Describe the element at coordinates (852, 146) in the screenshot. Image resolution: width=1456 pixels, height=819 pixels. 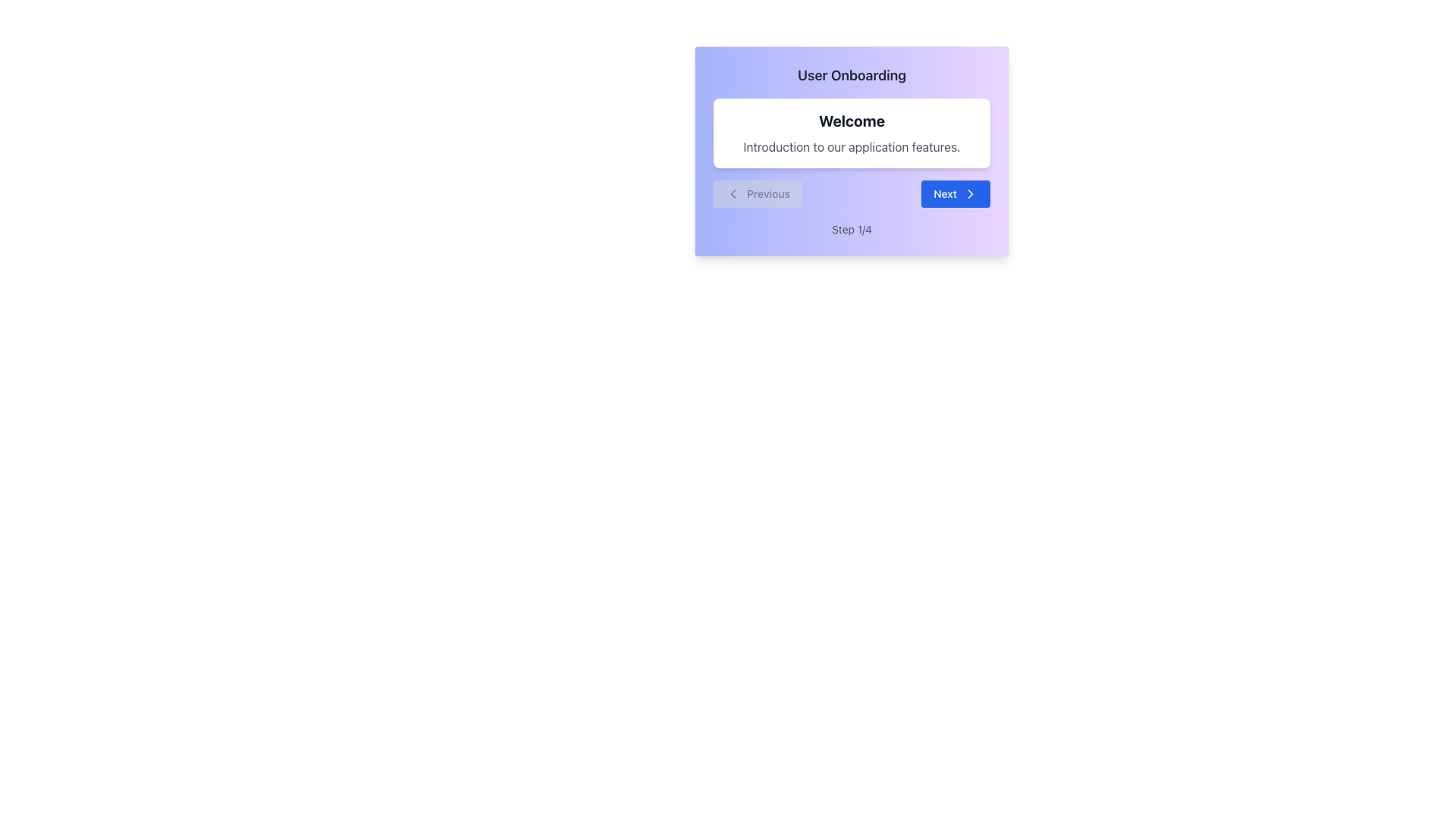
I see `the text element that reads 'Introduction to our application features.', which is styled in light gray and is located below the 'Welcome' heading in a white rectangular section` at that location.